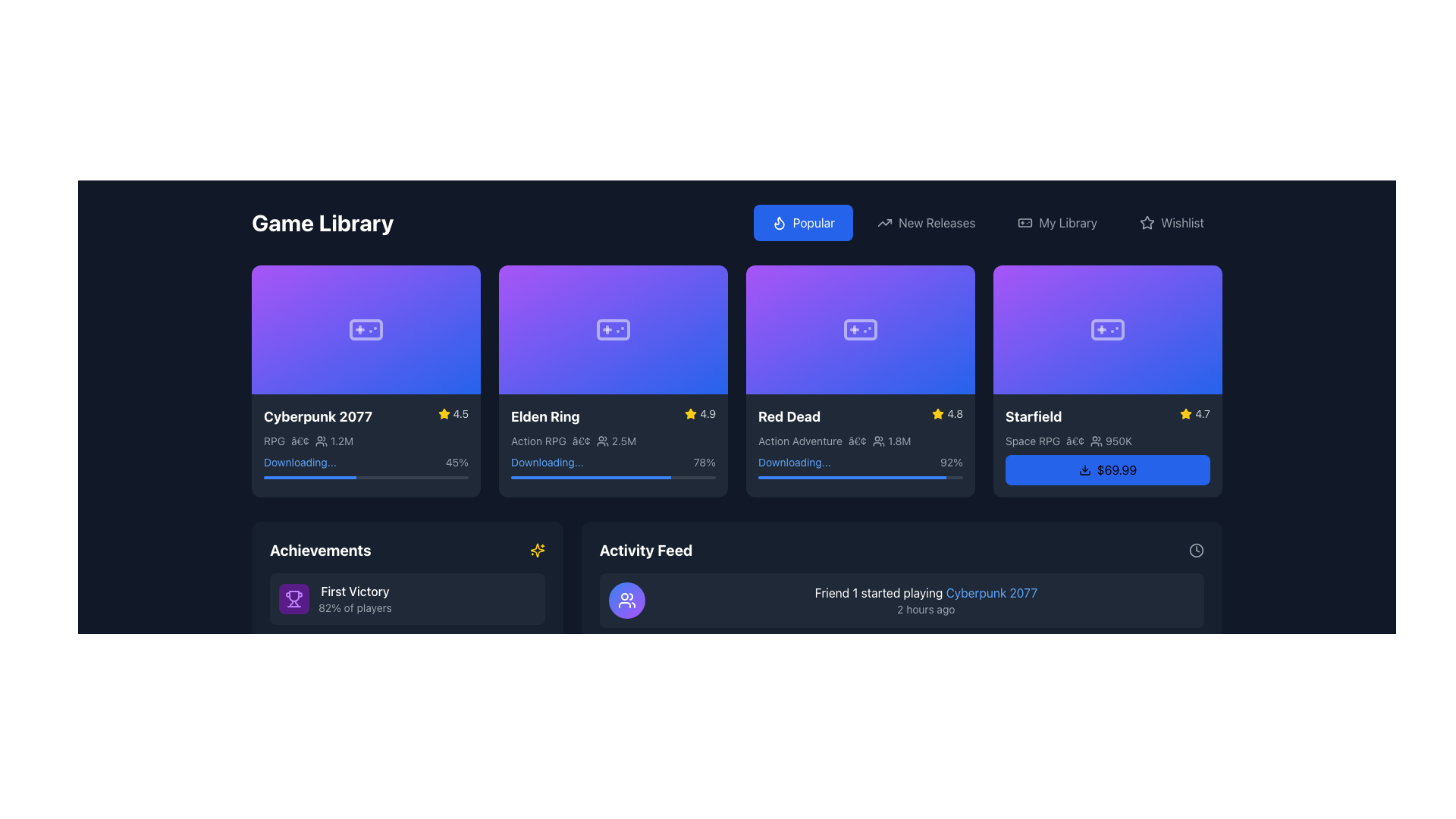 Image resolution: width=1456 pixels, height=819 pixels. I want to click on the price text element for the game 'Starfield', located at the bottom center of the card inside a blue button-like area, so click(1117, 469).